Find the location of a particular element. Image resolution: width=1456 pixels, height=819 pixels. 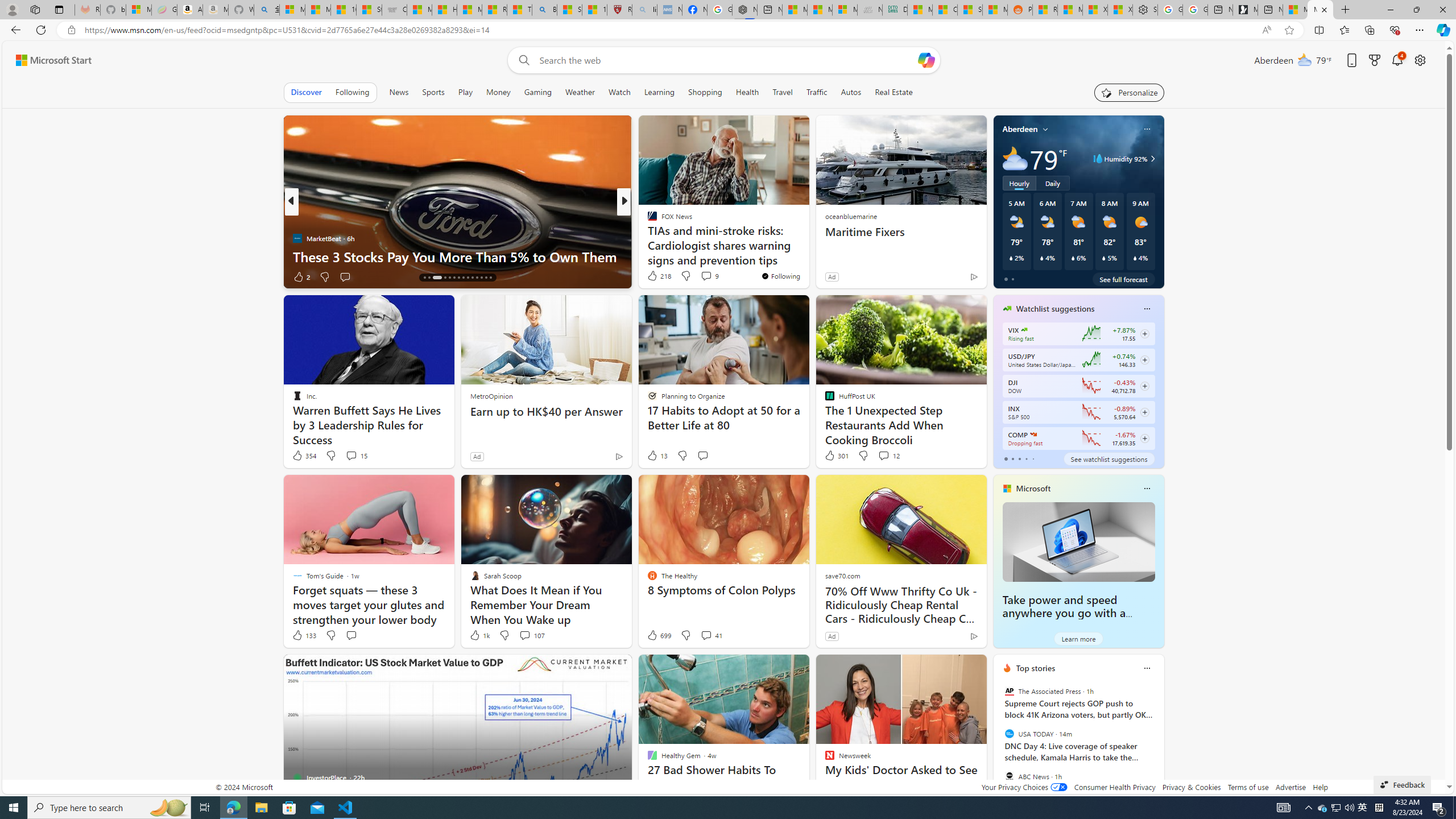

'Robert H. Shmerling, MD - Harvard Health' is located at coordinates (619, 9).